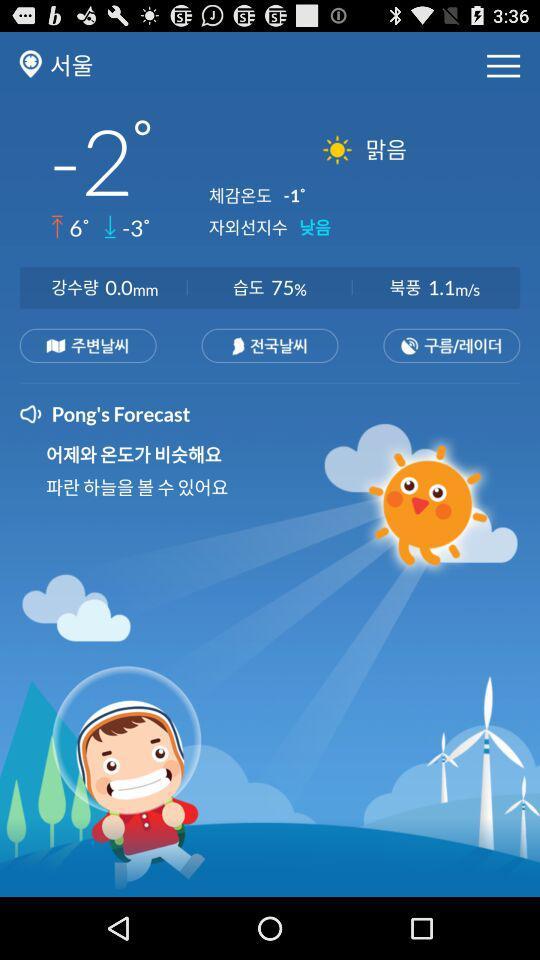 This screenshot has height=960, width=540. What do you see at coordinates (23, 59) in the screenshot?
I see `the location icon` at bounding box center [23, 59].